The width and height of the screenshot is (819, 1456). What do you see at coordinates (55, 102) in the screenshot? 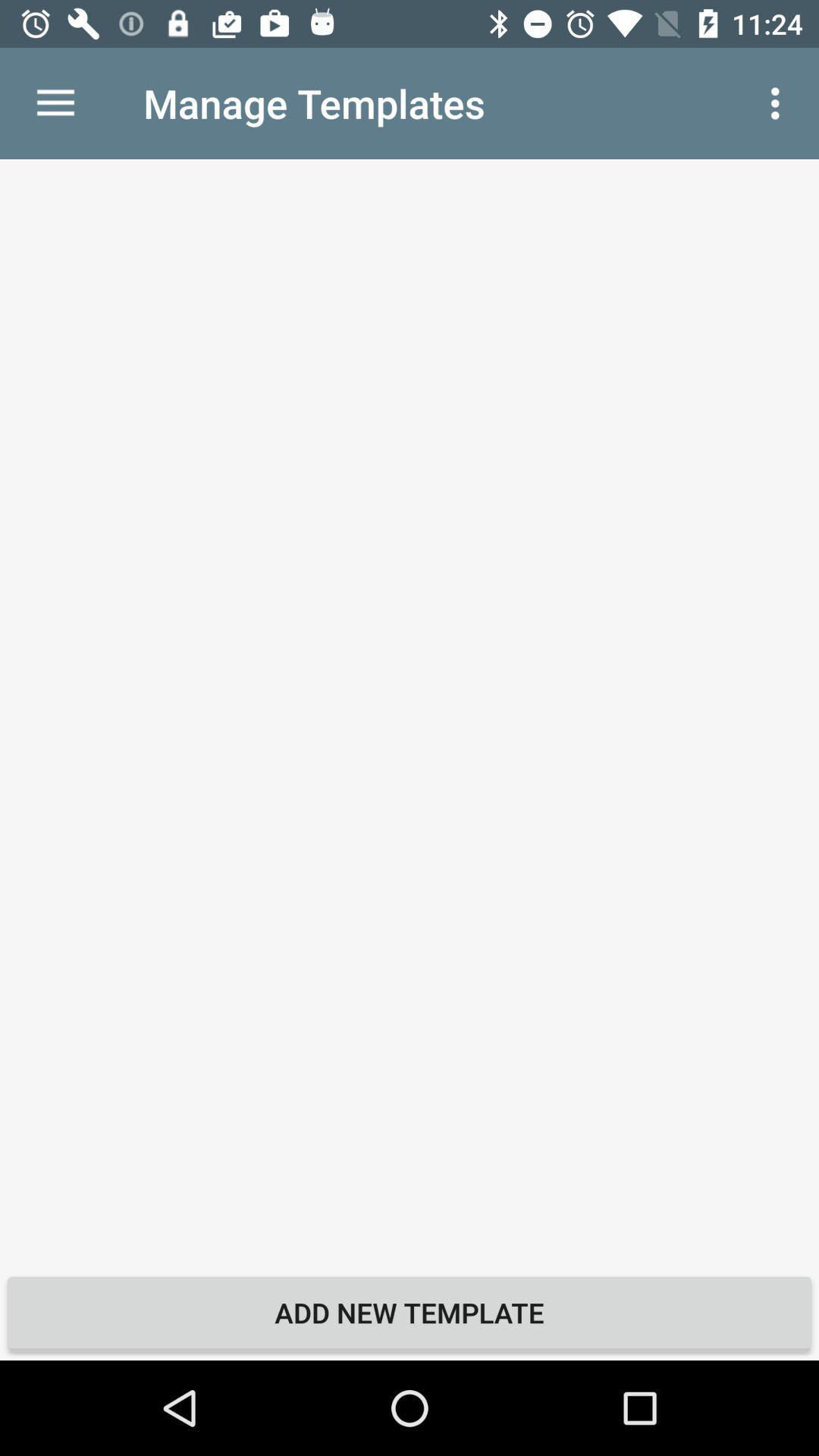
I see `item next to manage templates item` at bounding box center [55, 102].